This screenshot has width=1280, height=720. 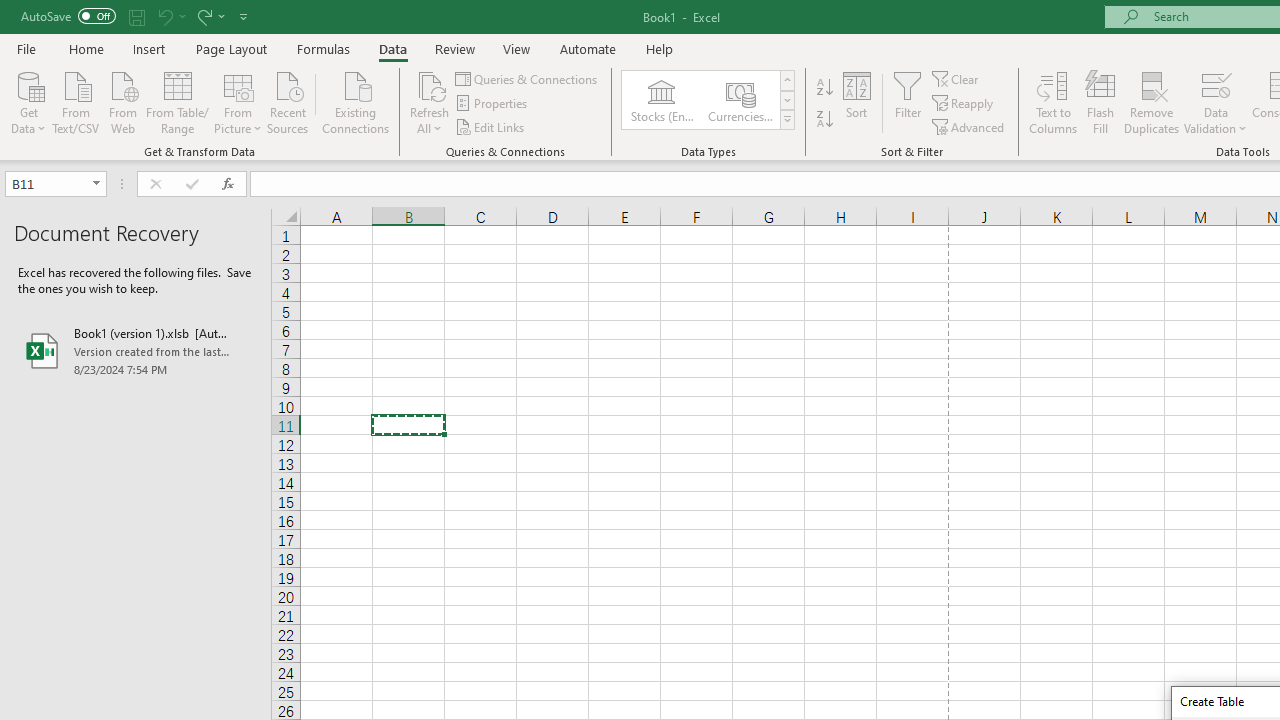 What do you see at coordinates (970, 127) in the screenshot?
I see `'Advanced...'` at bounding box center [970, 127].